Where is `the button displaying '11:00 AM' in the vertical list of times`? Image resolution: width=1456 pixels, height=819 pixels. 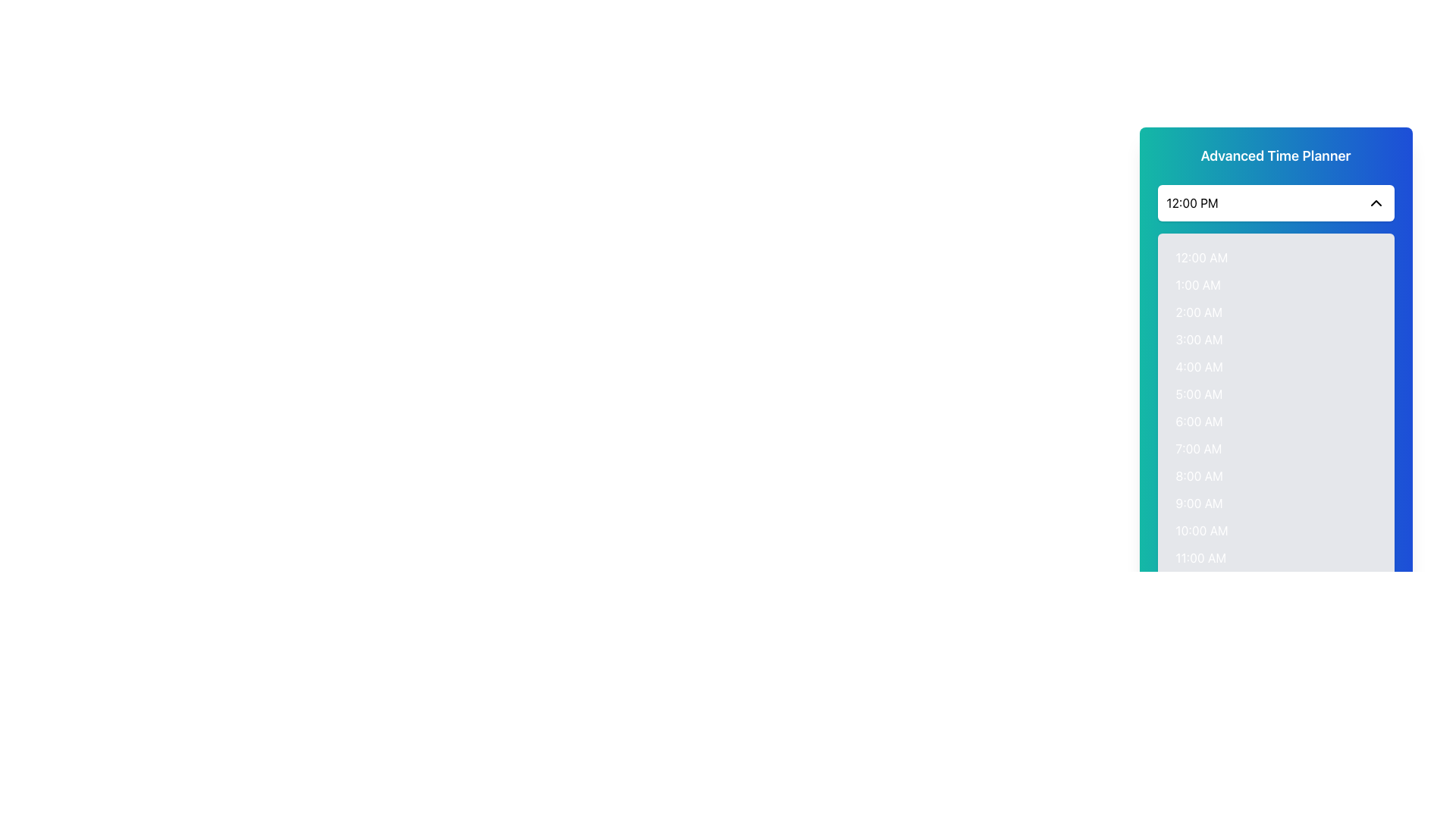 the button displaying '11:00 AM' in the vertical list of times is located at coordinates (1275, 558).